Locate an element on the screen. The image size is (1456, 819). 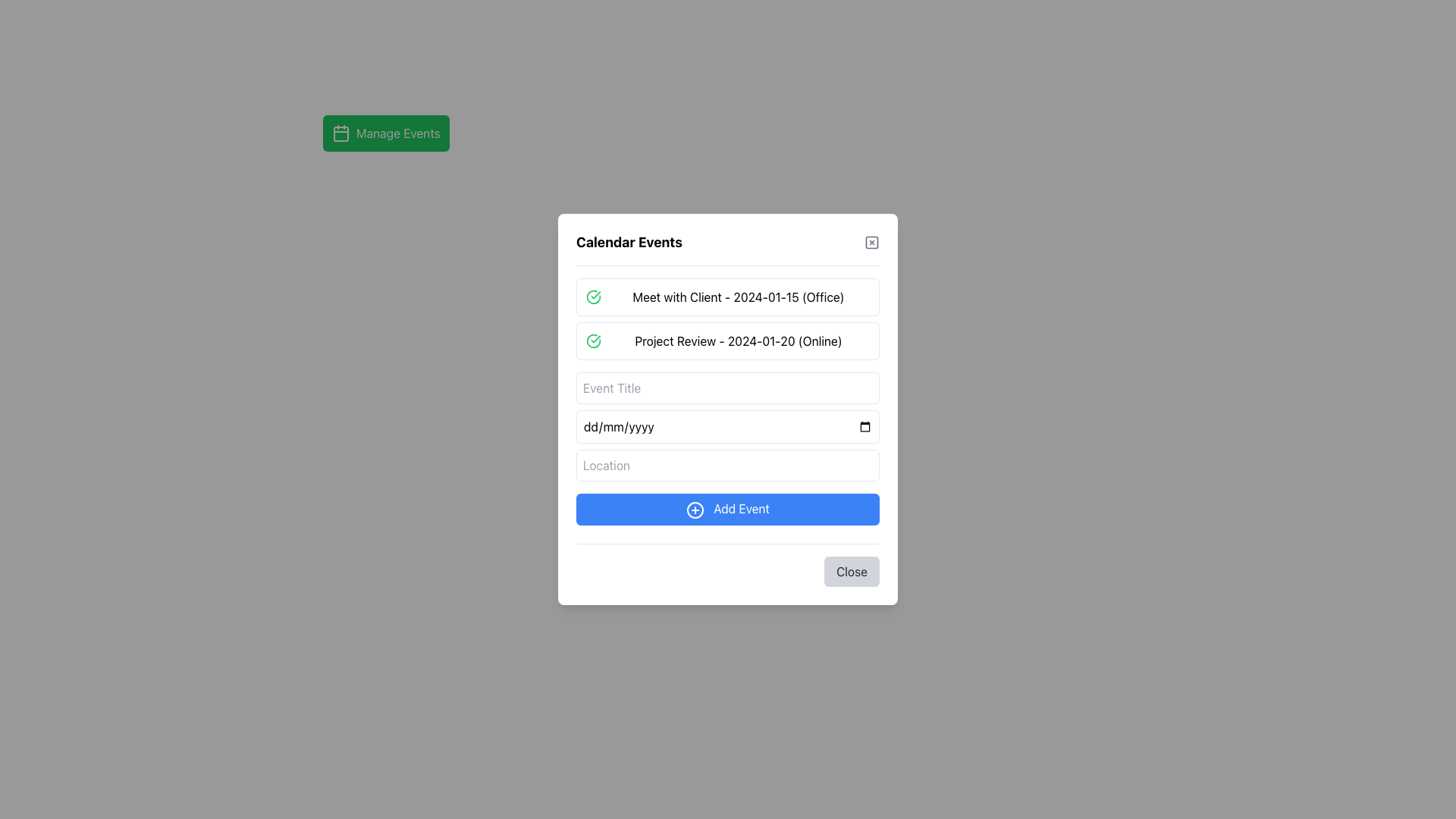
the 'Add Event' button, which is a rectangular button with a blue background and white text, located at the bottom of the 'Calendar Events' modal is located at coordinates (728, 509).